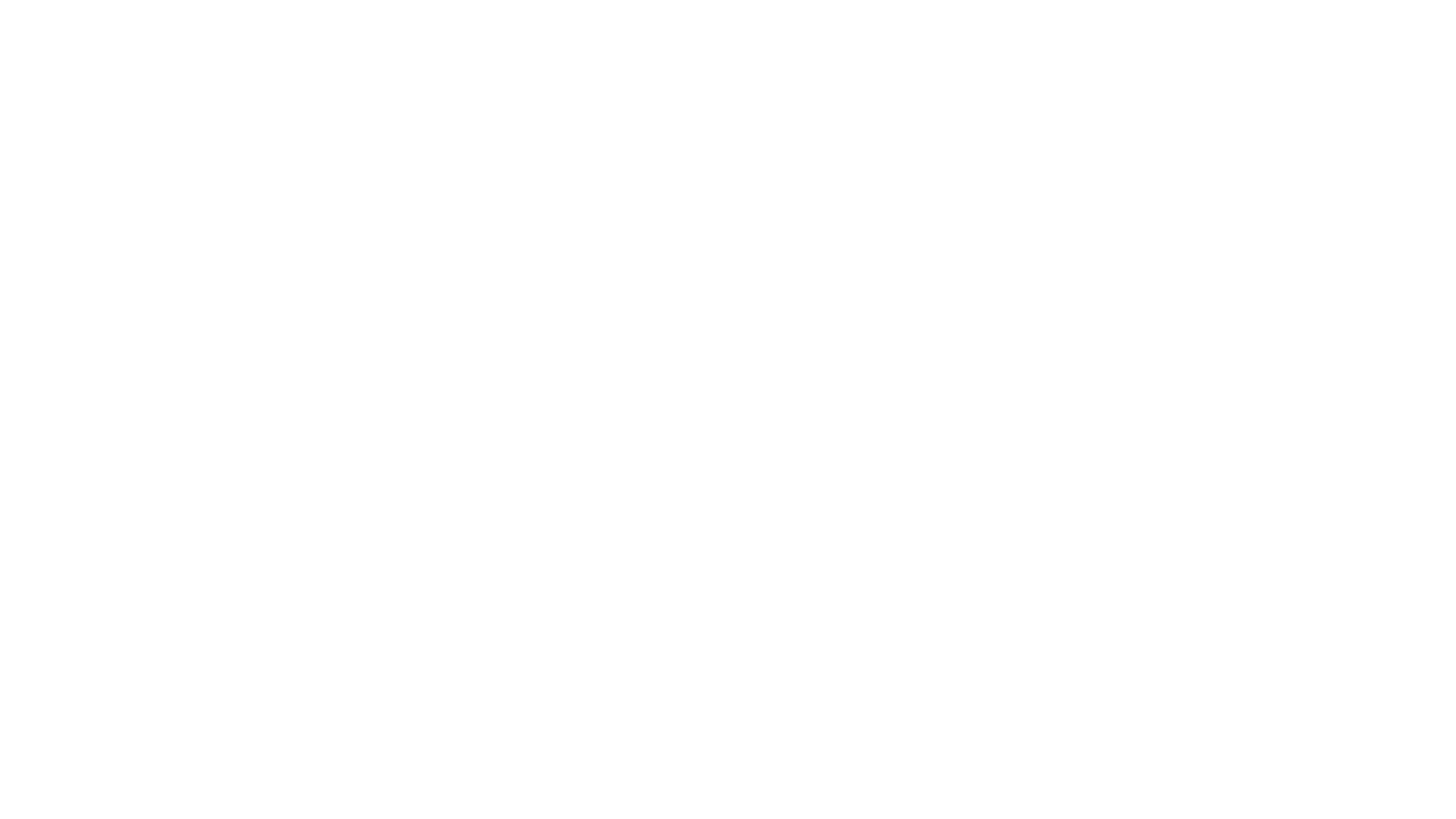 This screenshot has width=1456, height=819. Describe the element at coordinates (1021, 240) in the screenshot. I see `Log in` at that location.